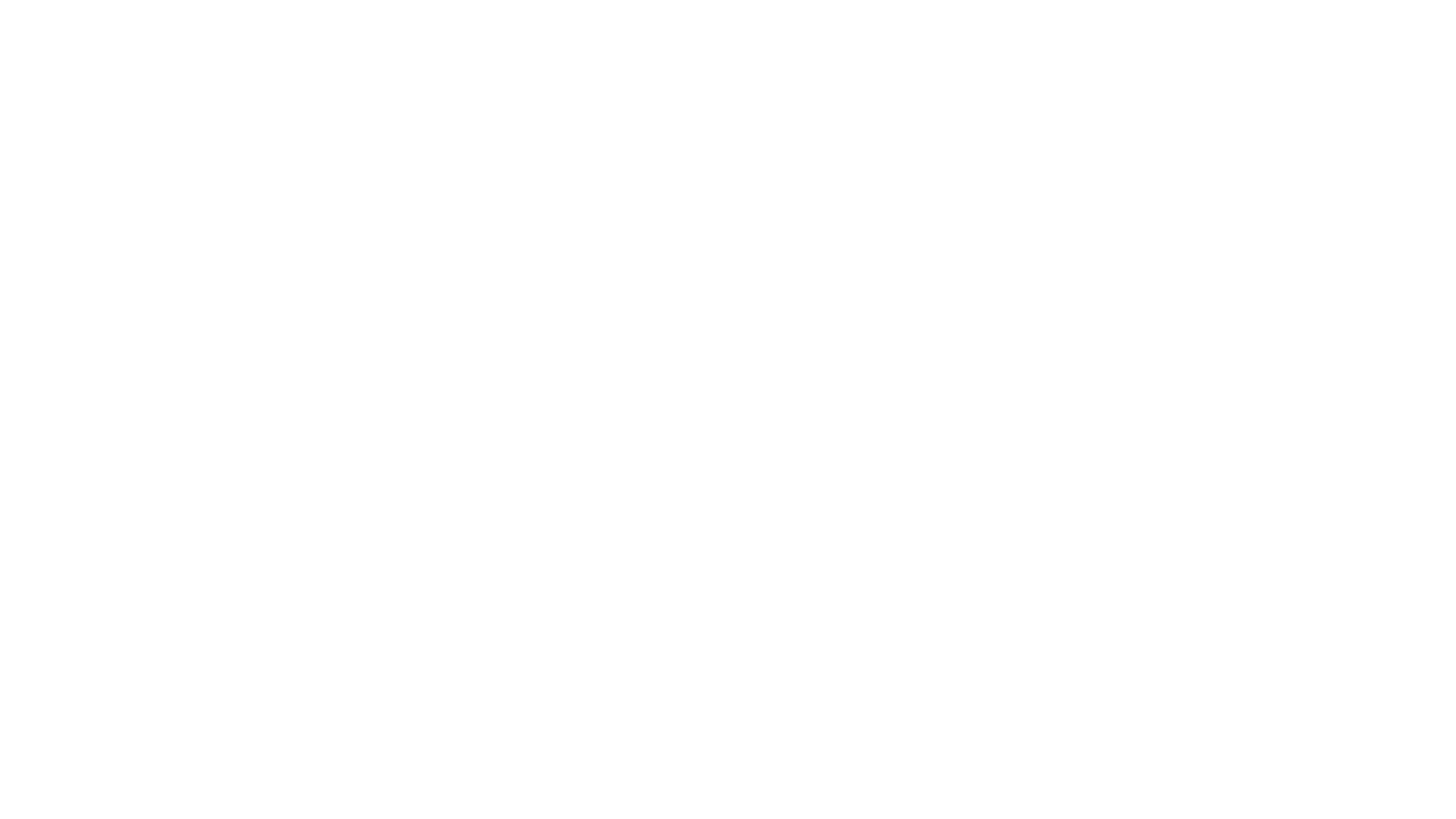 This screenshot has width=1456, height=819. Describe the element at coordinates (1021, 240) in the screenshot. I see `Log in` at that location.